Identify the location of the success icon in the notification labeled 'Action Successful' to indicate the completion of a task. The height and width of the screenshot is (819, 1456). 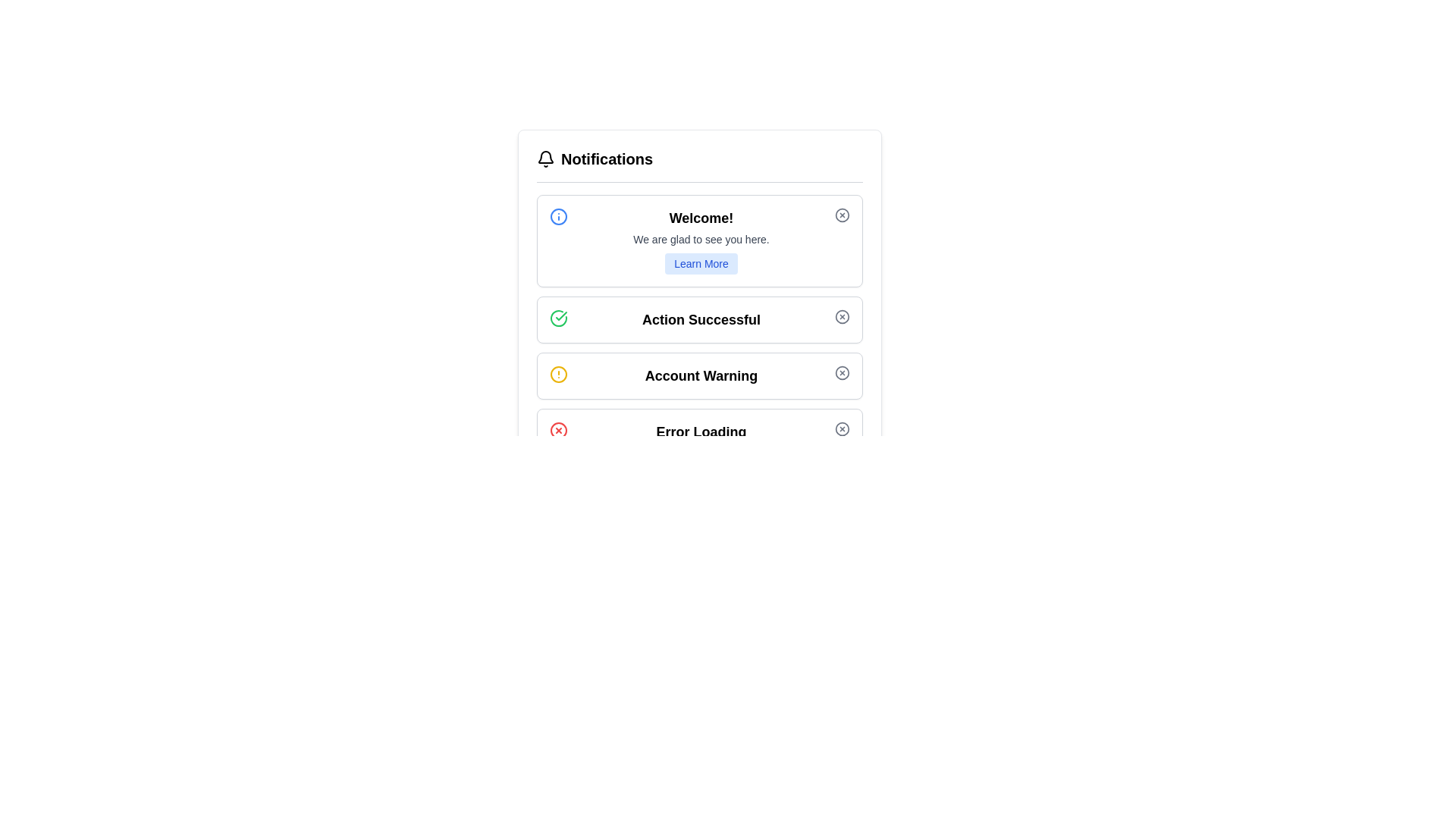
(558, 318).